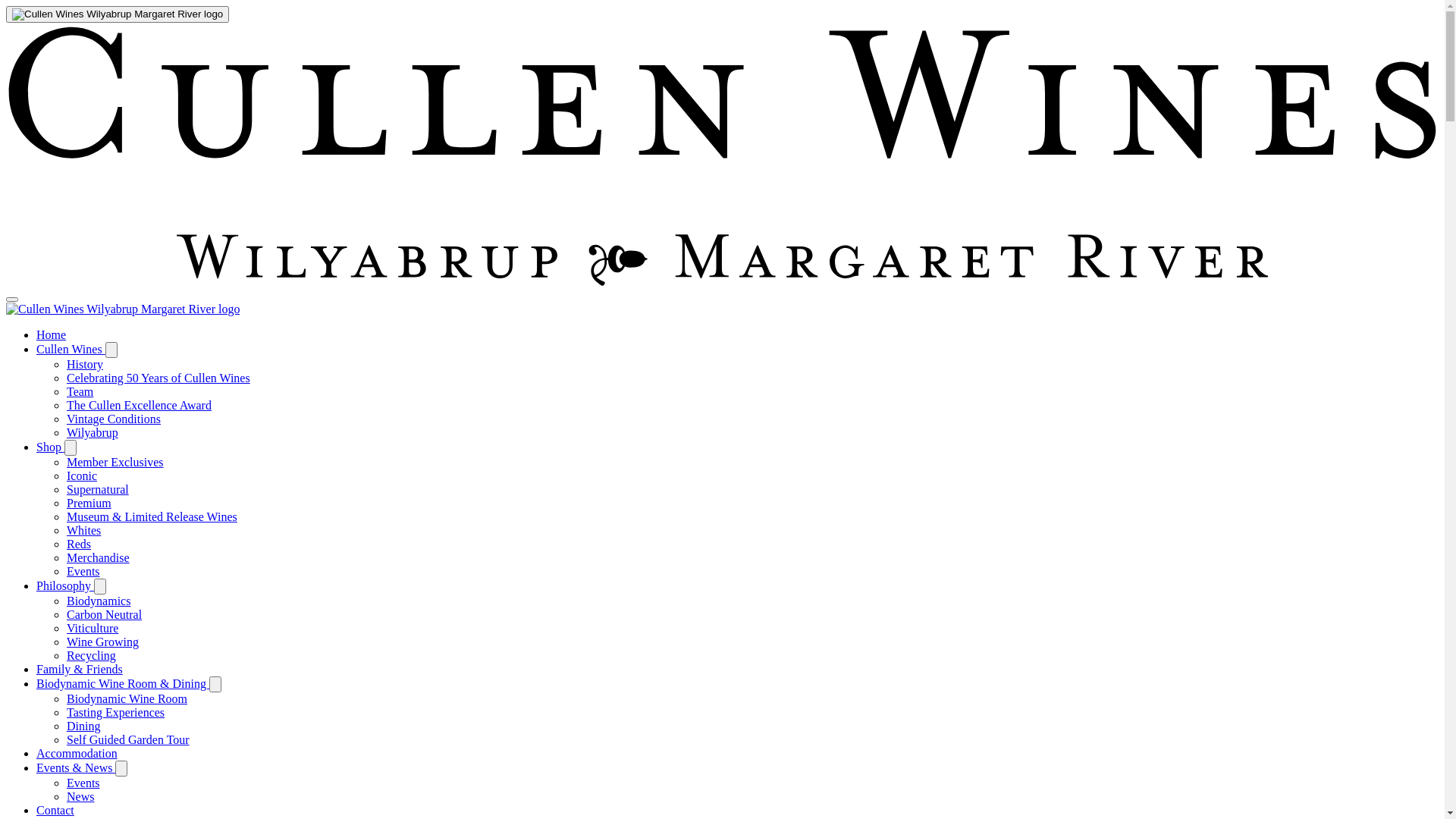  Describe the element at coordinates (83, 529) in the screenshot. I see `'Whites'` at that location.